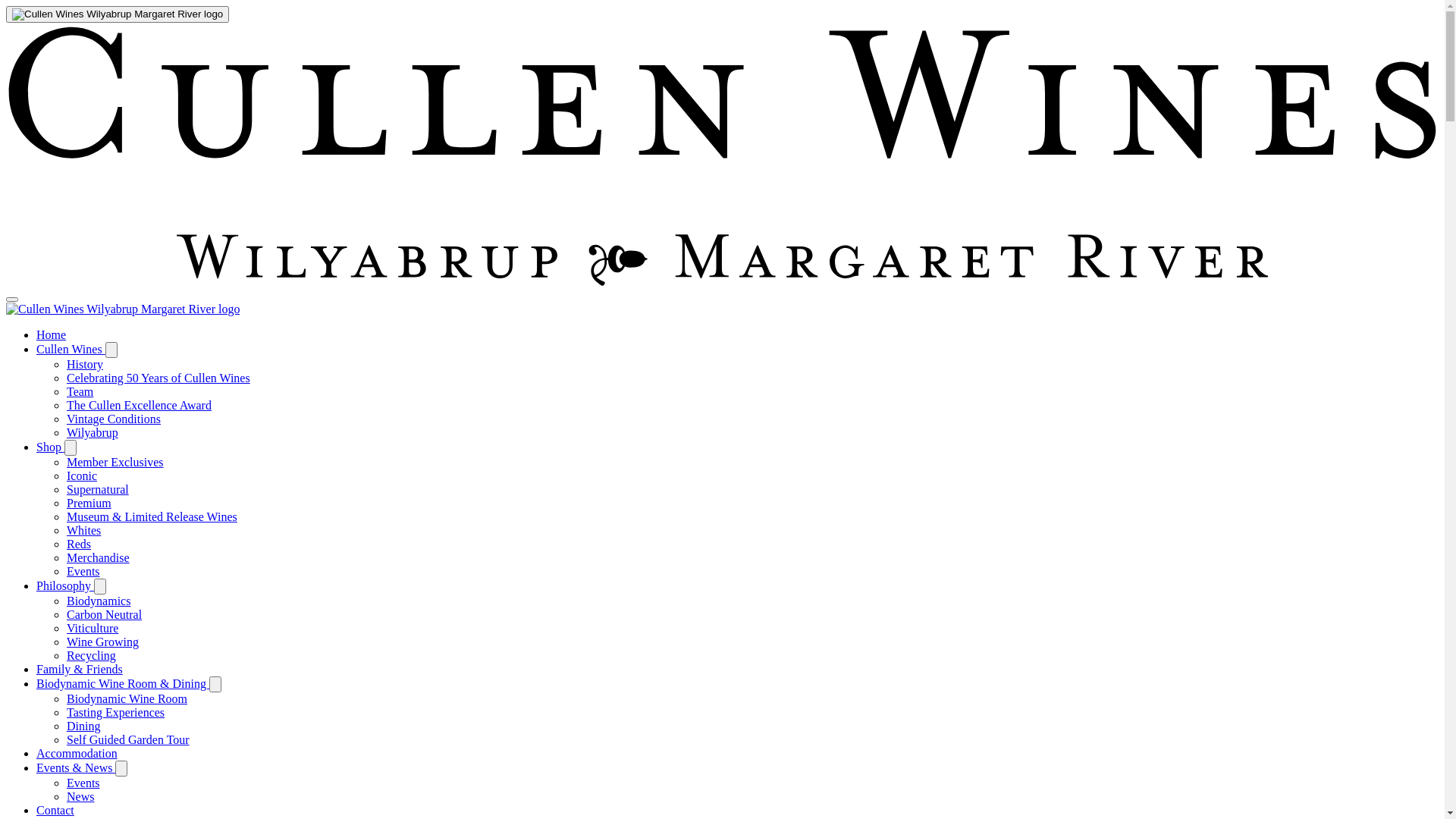  Describe the element at coordinates (83, 529) in the screenshot. I see `'Whites'` at that location.